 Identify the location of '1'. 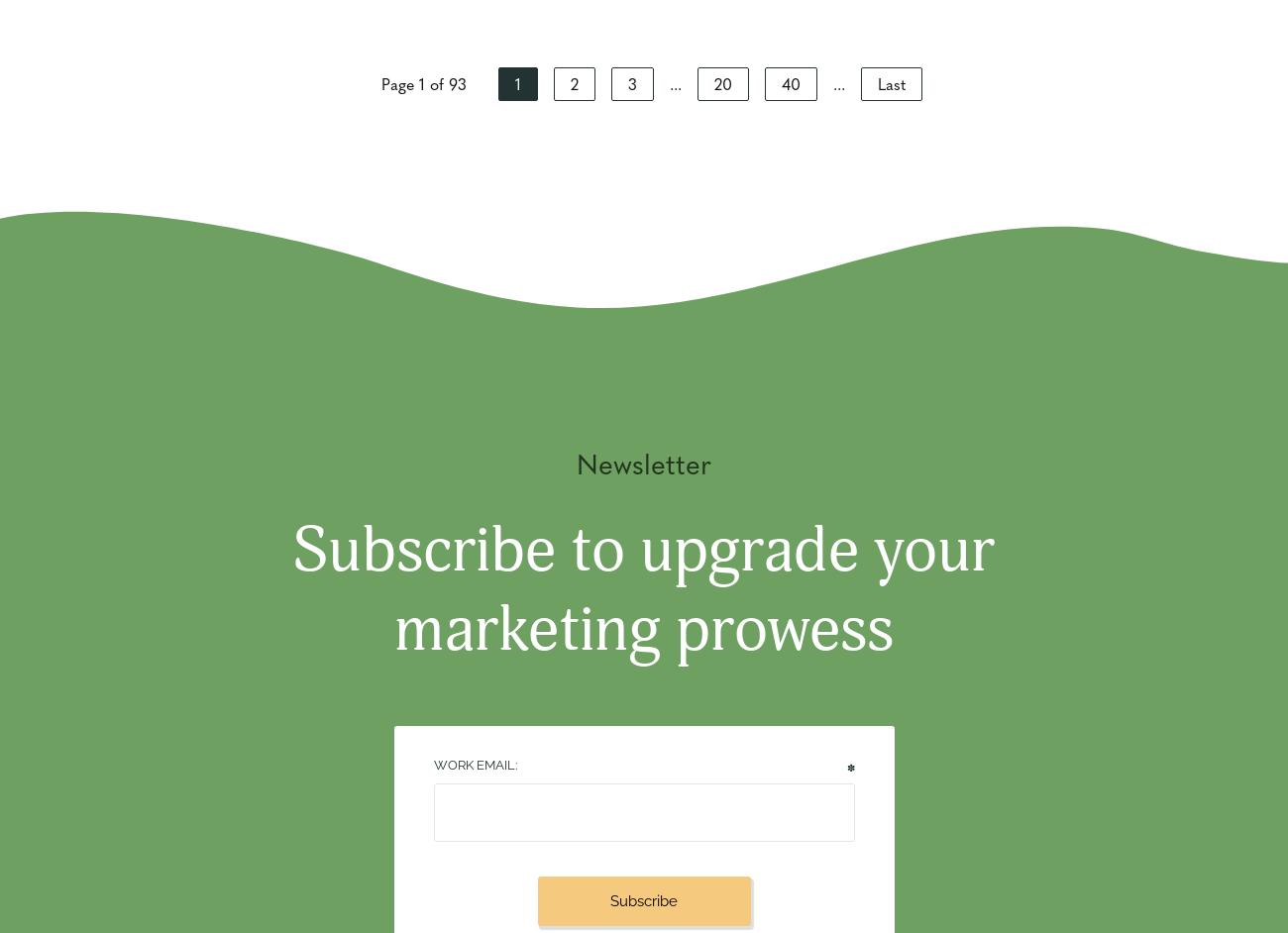
(517, 82).